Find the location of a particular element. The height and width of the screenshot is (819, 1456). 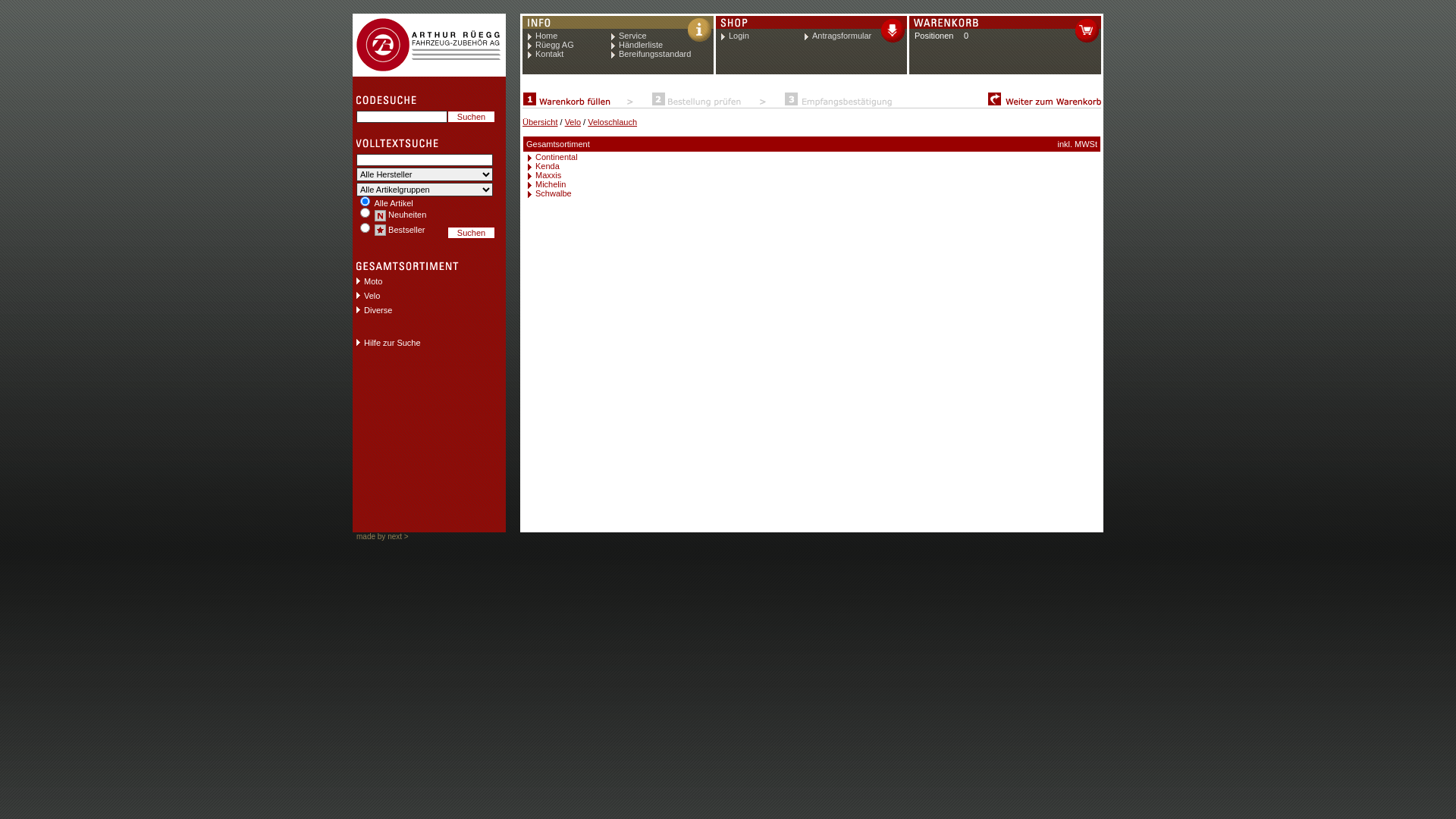

'Hilfe zur Suche' is located at coordinates (417, 343).